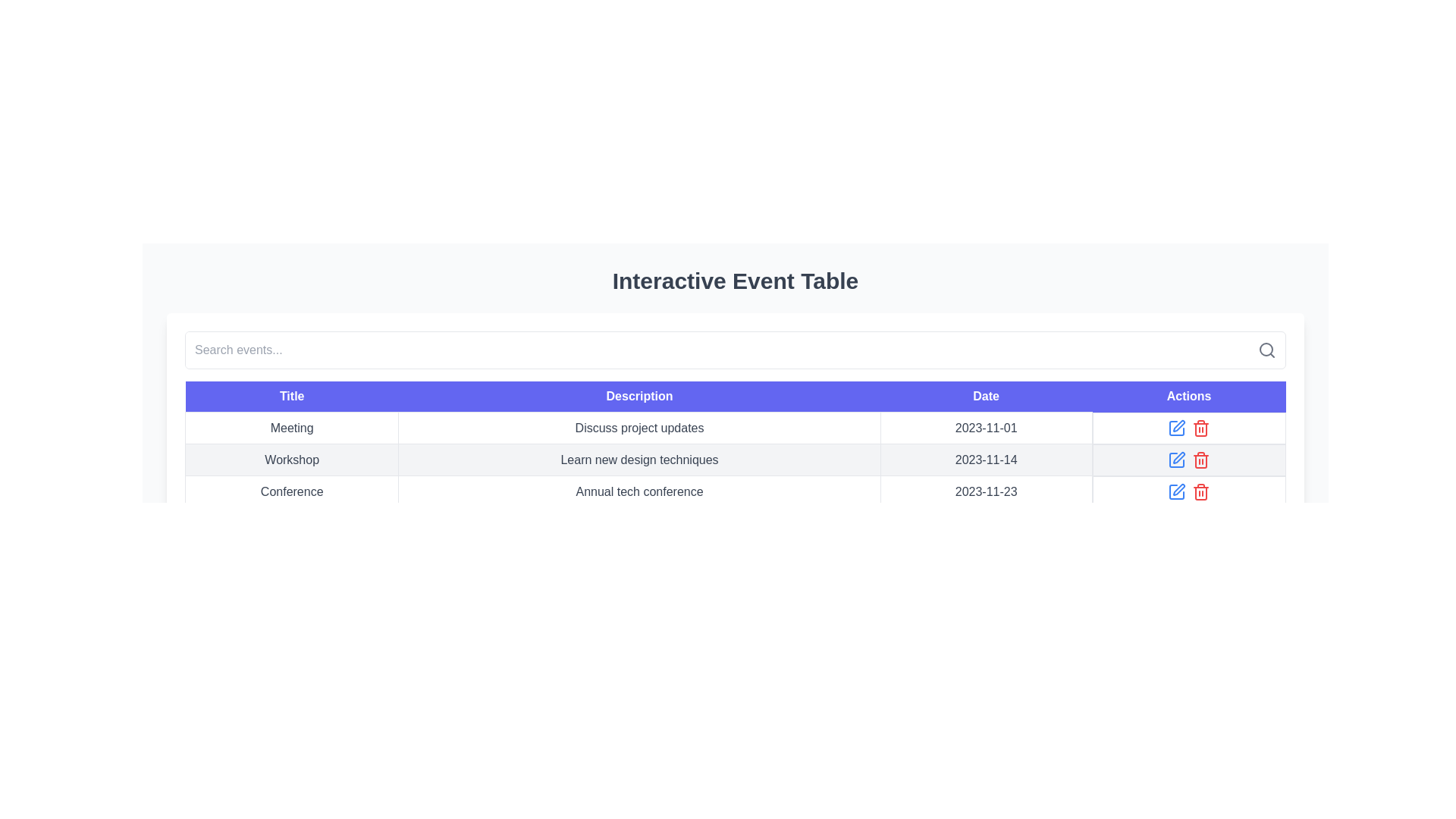 Image resolution: width=1456 pixels, height=819 pixels. I want to click on the third row of the table displaying the 'Annual tech conference' event details, so click(736, 491).